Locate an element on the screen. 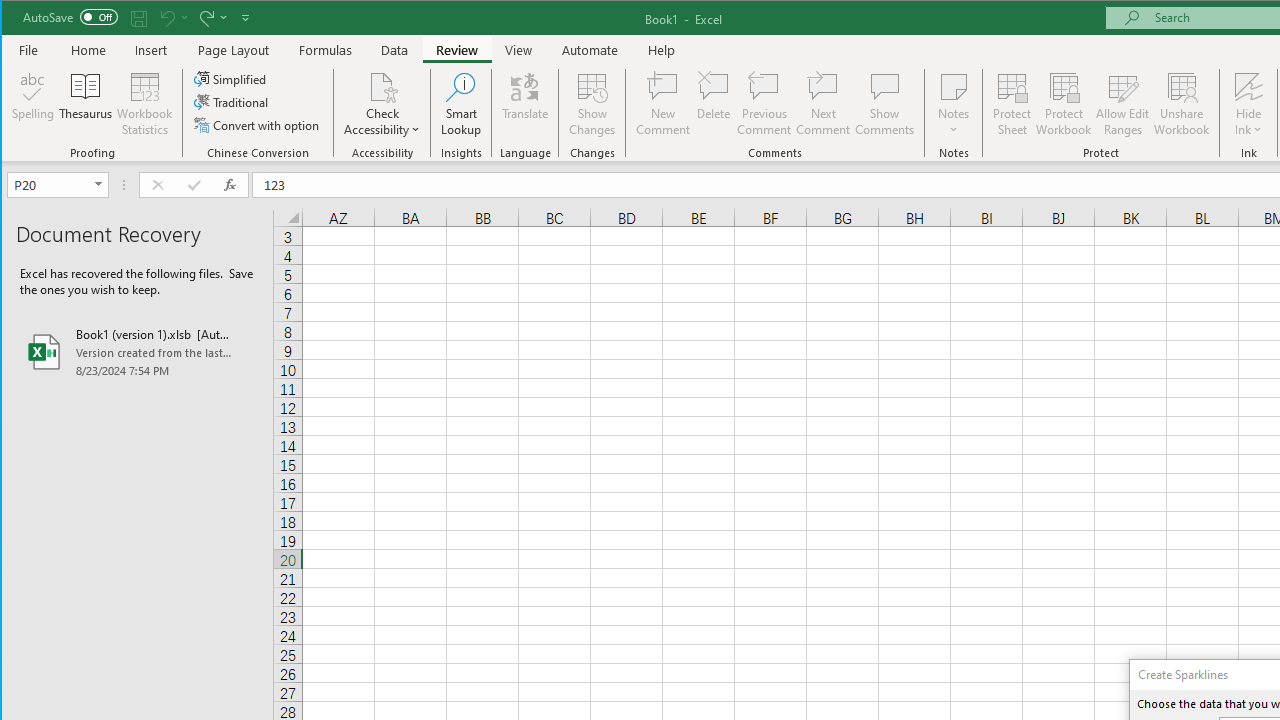 This screenshot has height=720, width=1280. 'Protect Workbook...' is located at coordinates (1063, 104).